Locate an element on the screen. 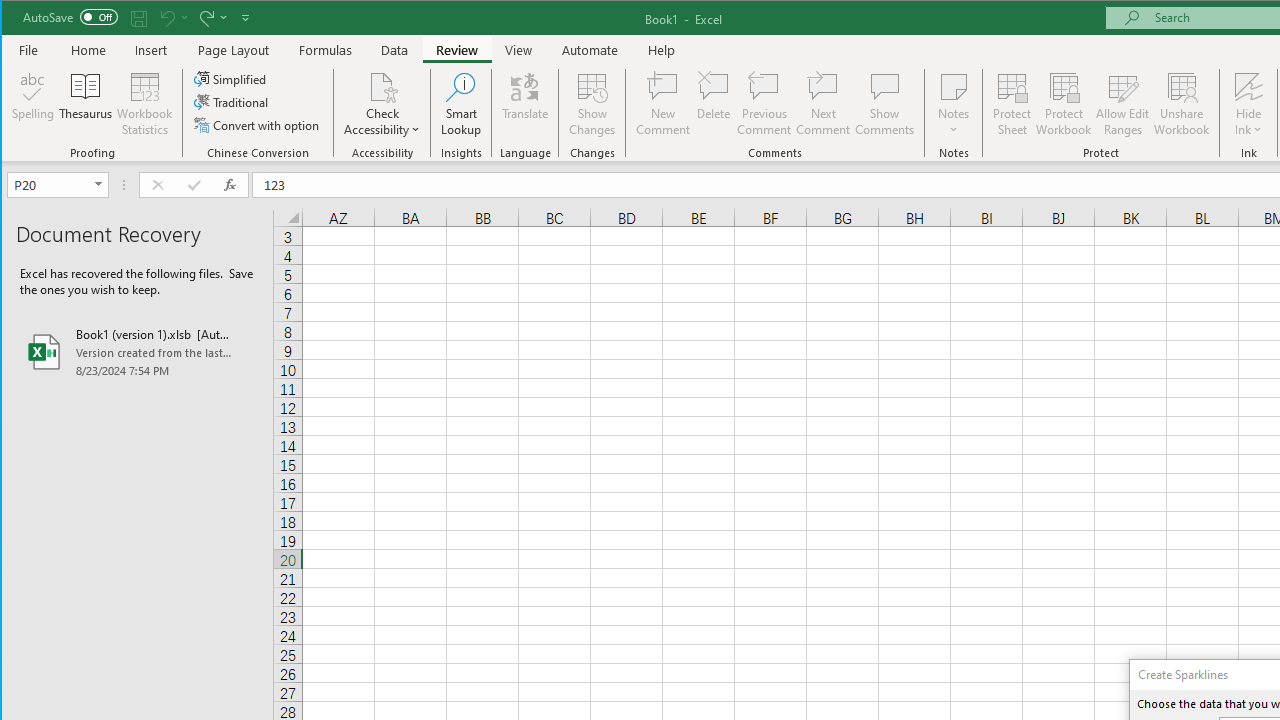 This screenshot has height=720, width=1280. 'Protect Workbook...' is located at coordinates (1063, 104).